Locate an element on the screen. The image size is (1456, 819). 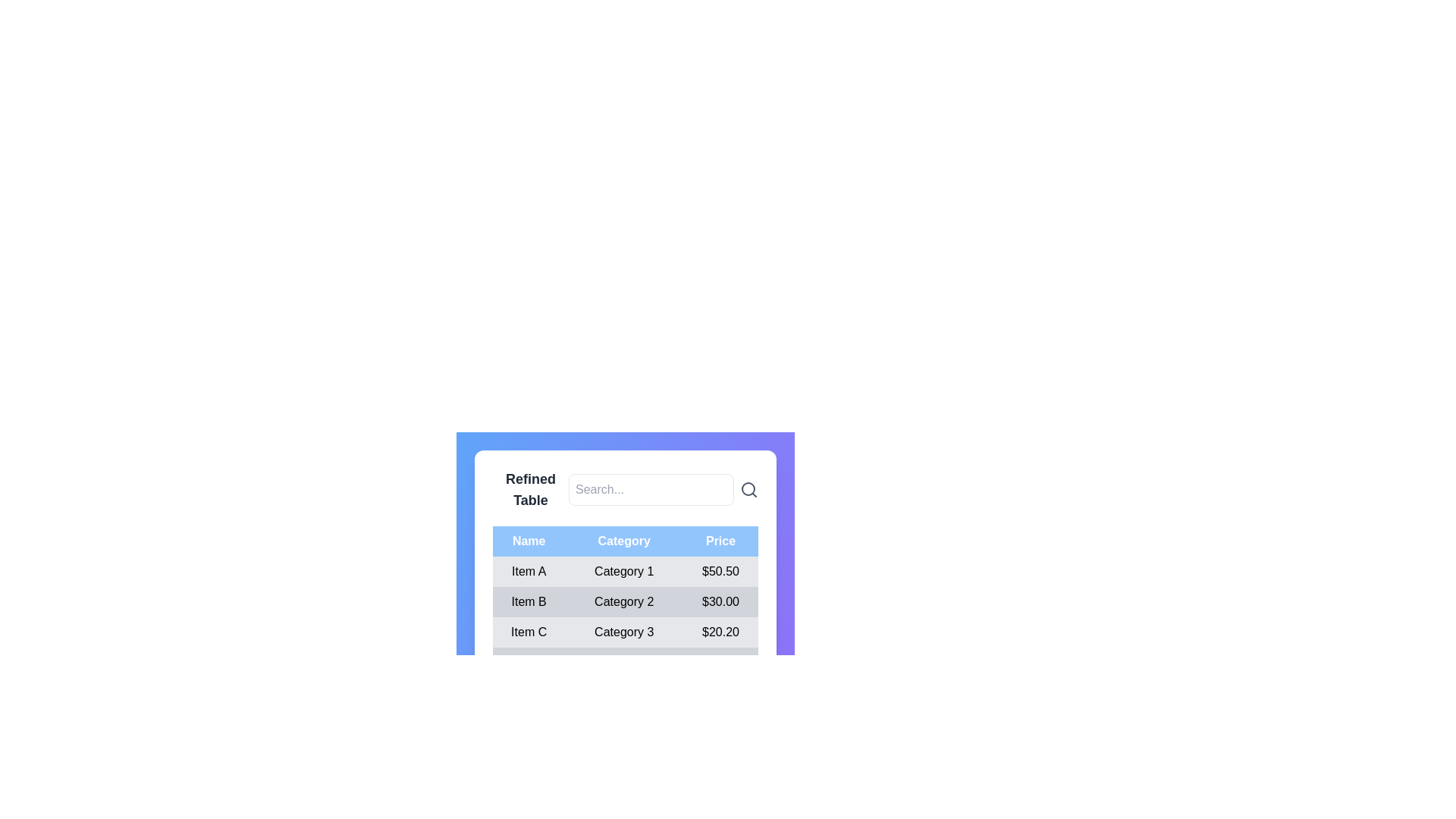
the 'Category' column header cell, which is the second header cell in the table row, located centrally within a blue header bar is located at coordinates (624, 540).